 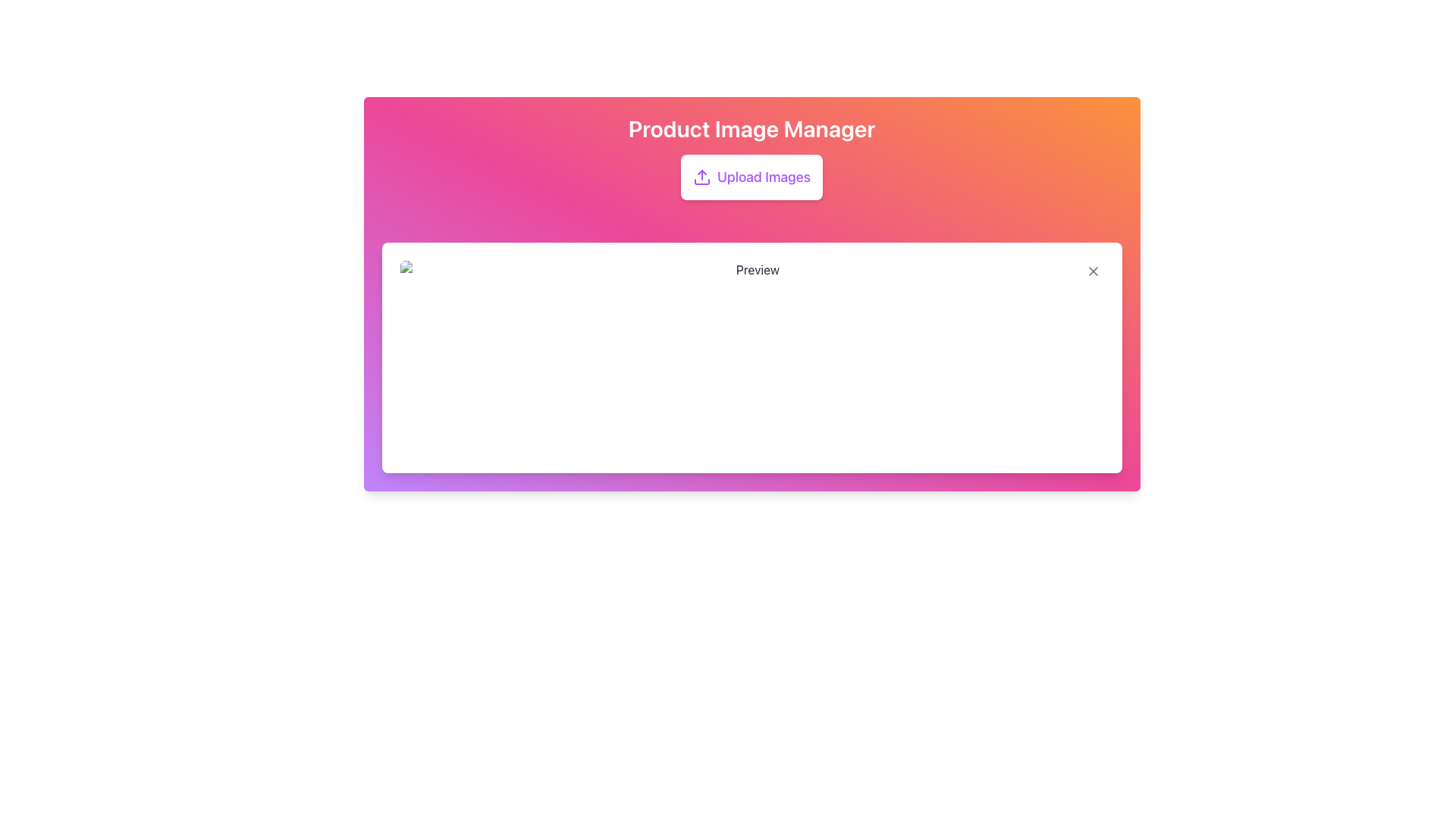 What do you see at coordinates (752, 177) in the screenshot?
I see `the 'Upload' button located centrally within the orange-to-purple gradient panel, directly below the header text 'Product Image Manager'` at bounding box center [752, 177].